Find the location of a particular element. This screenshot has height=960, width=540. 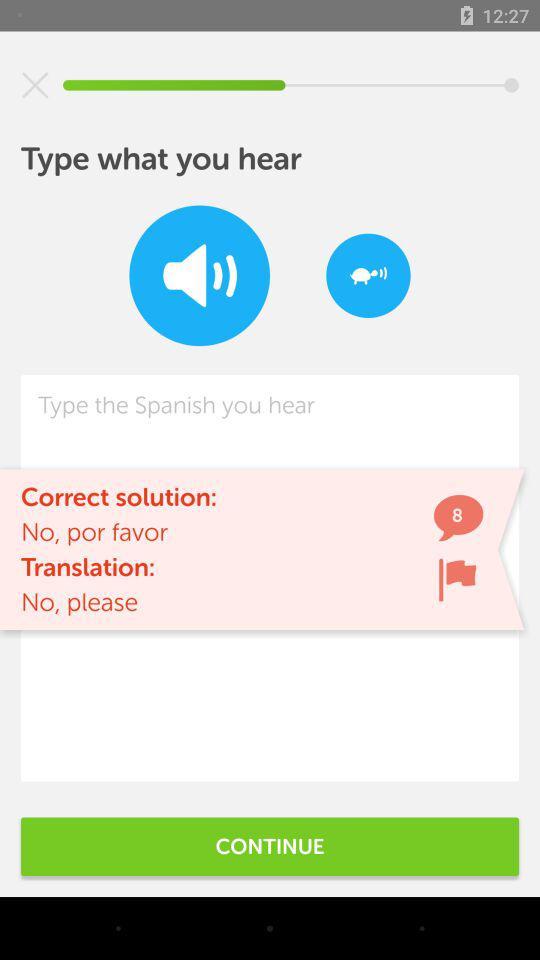

continue item is located at coordinates (270, 845).